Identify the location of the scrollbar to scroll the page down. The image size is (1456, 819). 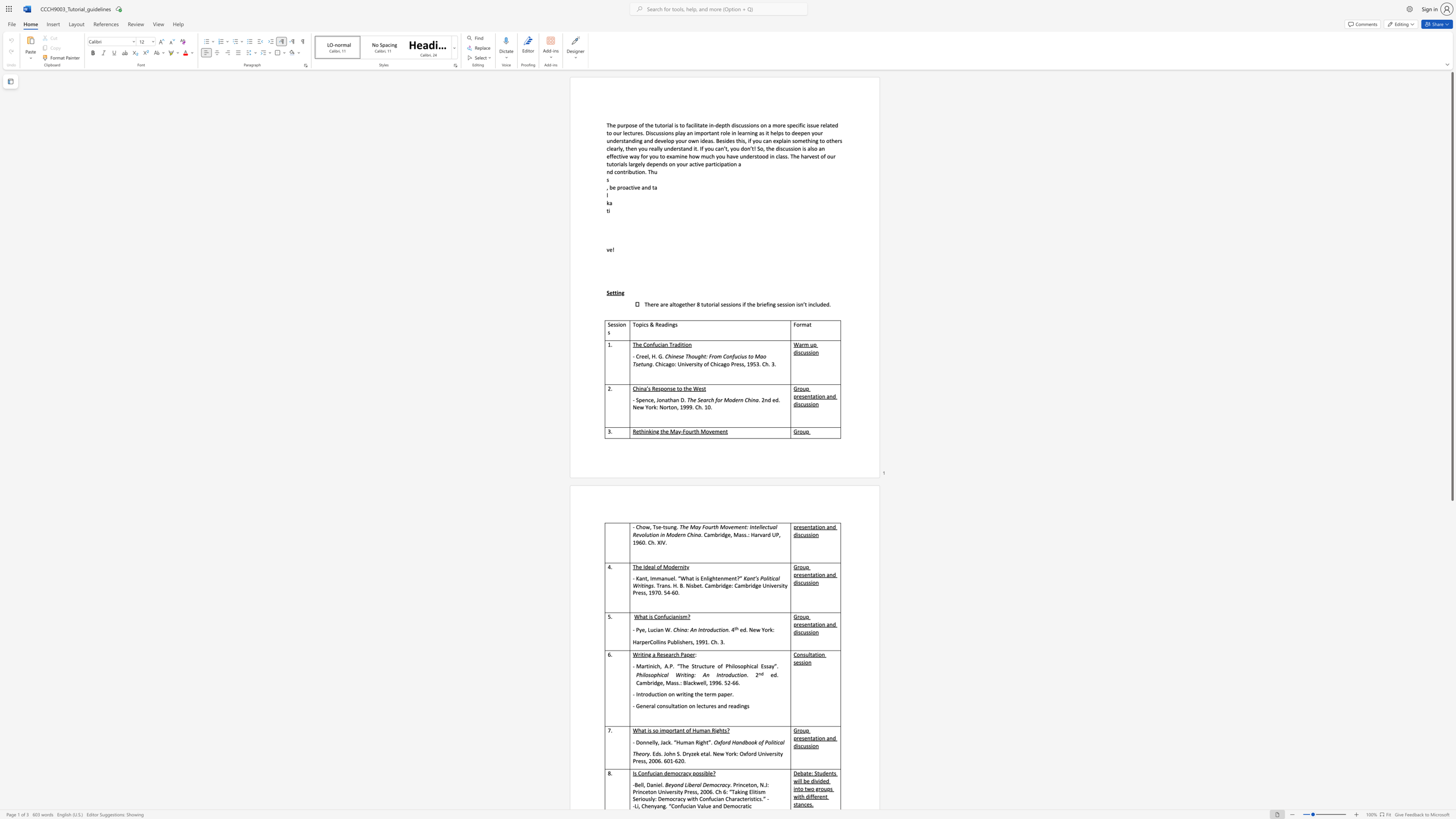
(1451, 575).